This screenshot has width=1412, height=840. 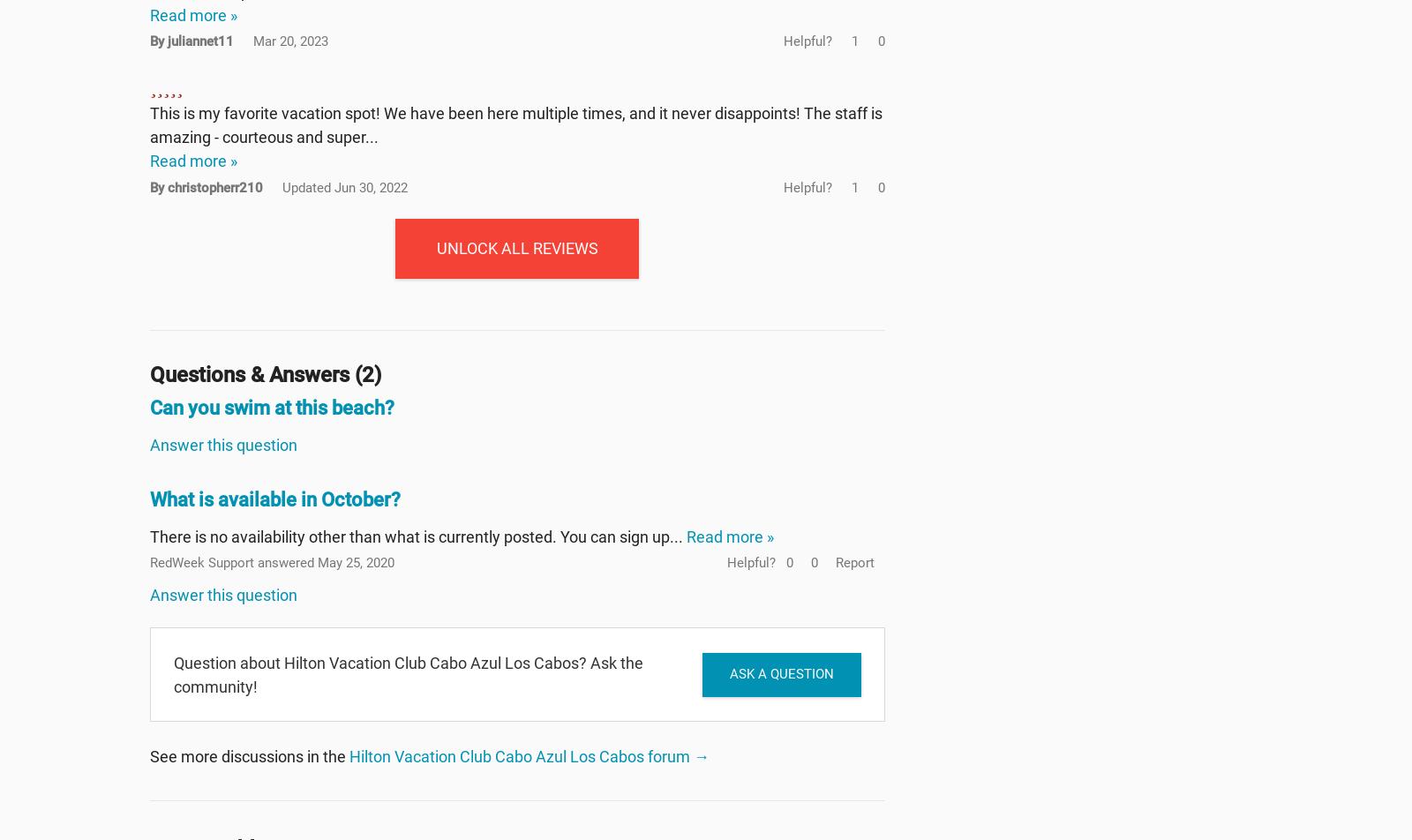 I want to click on 'Mar 20, 2023', so click(x=253, y=41).